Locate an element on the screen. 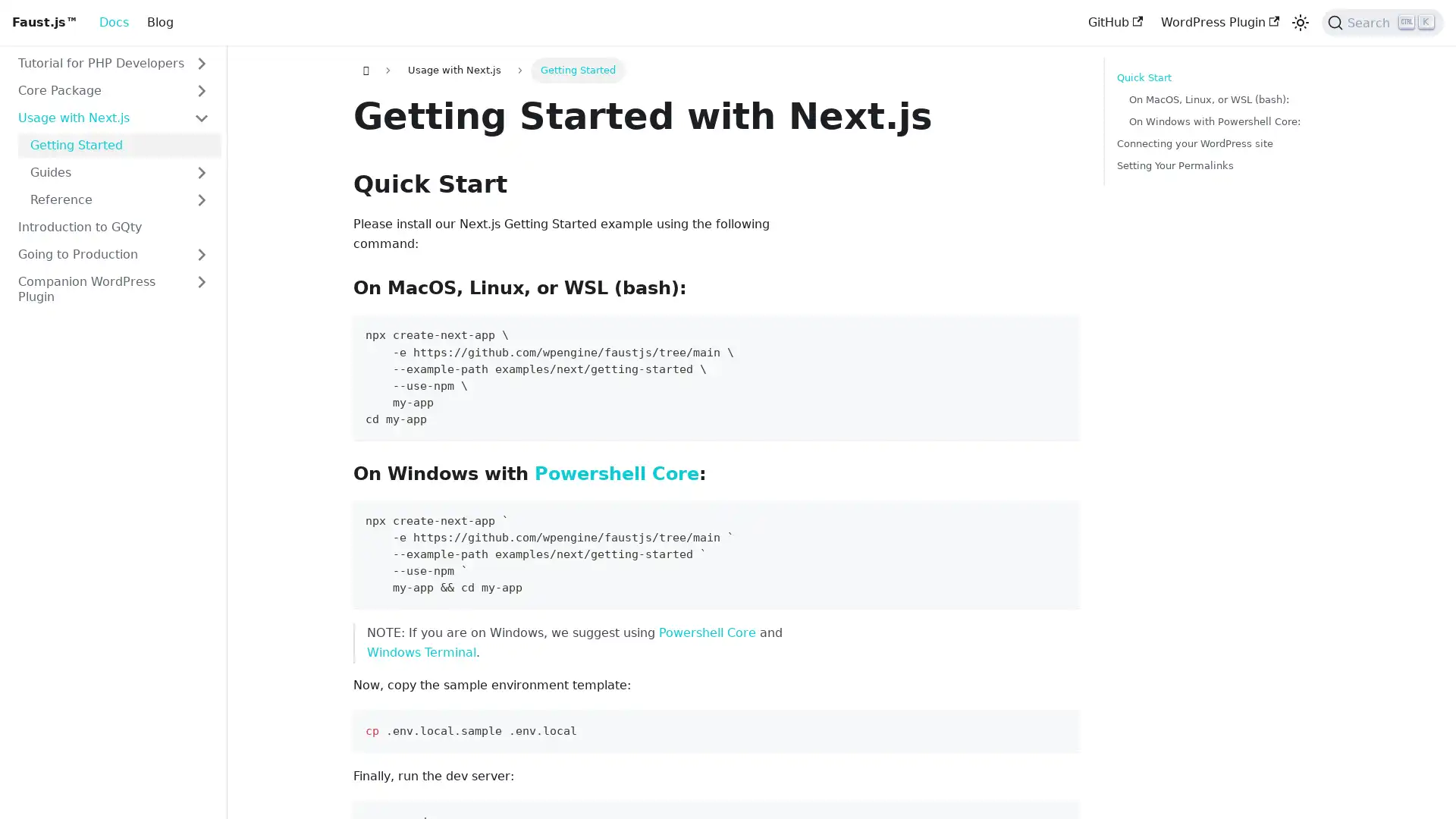  Switch between dark and light mode (currently light mode) is located at coordinates (1299, 23).